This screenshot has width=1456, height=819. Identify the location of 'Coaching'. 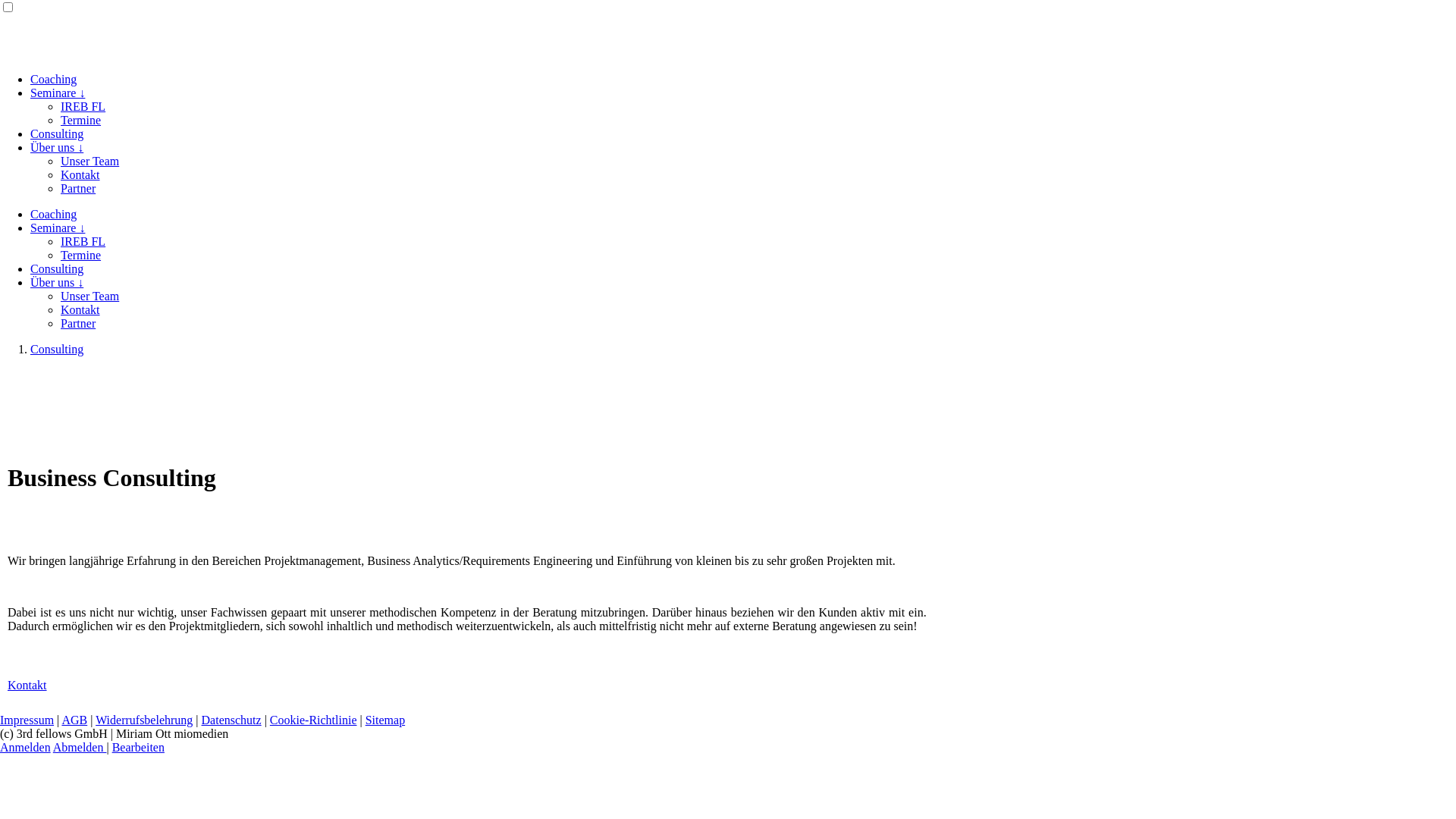
(53, 79).